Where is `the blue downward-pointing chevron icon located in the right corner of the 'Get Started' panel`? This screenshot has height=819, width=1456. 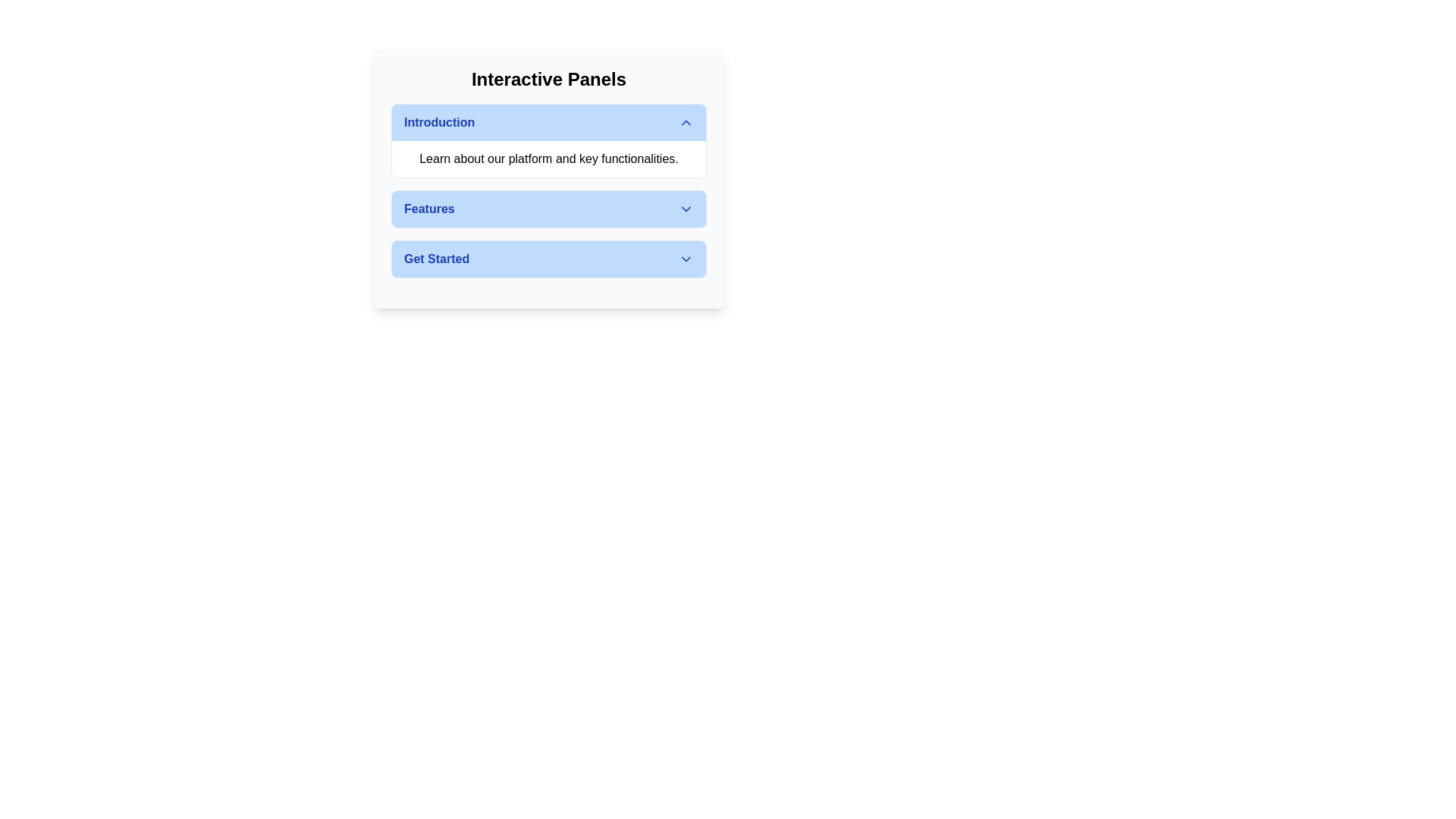
the blue downward-pointing chevron icon located in the right corner of the 'Get Started' panel is located at coordinates (686, 259).